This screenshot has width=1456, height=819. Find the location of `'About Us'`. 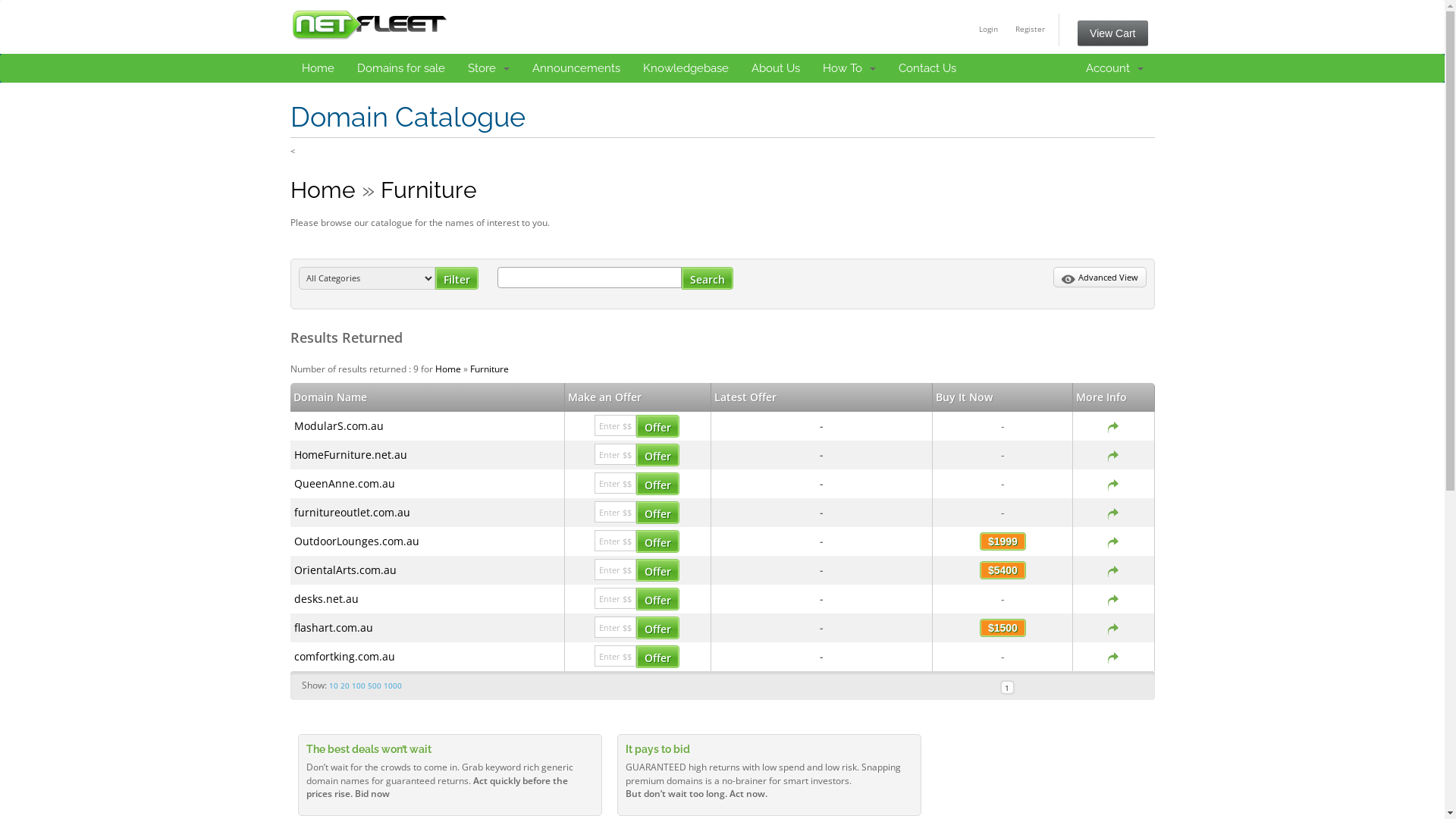

'About Us' is located at coordinates (739, 67).